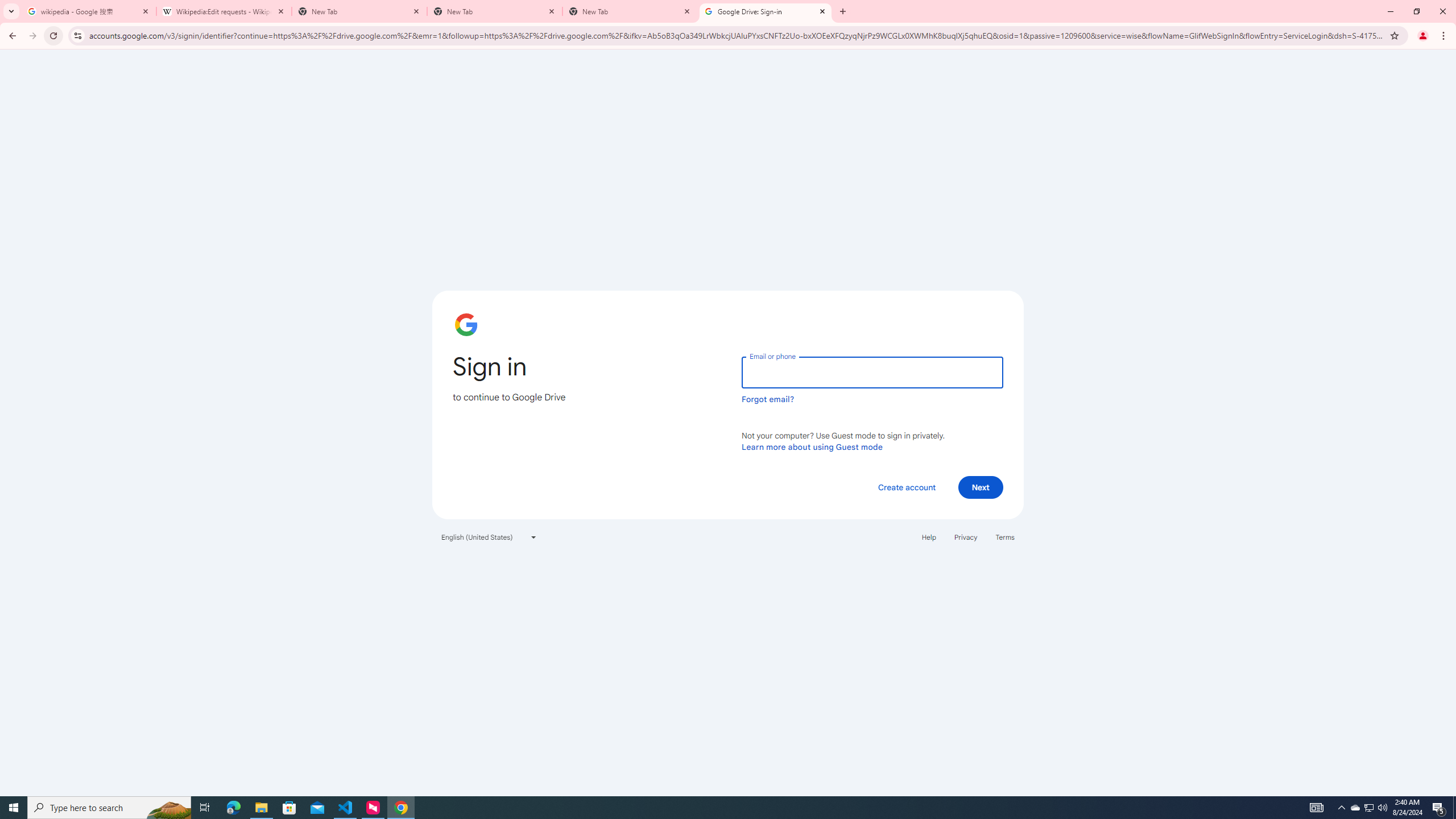 The image size is (1456, 819). I want to click on 'New Tab', so click(630, 11).